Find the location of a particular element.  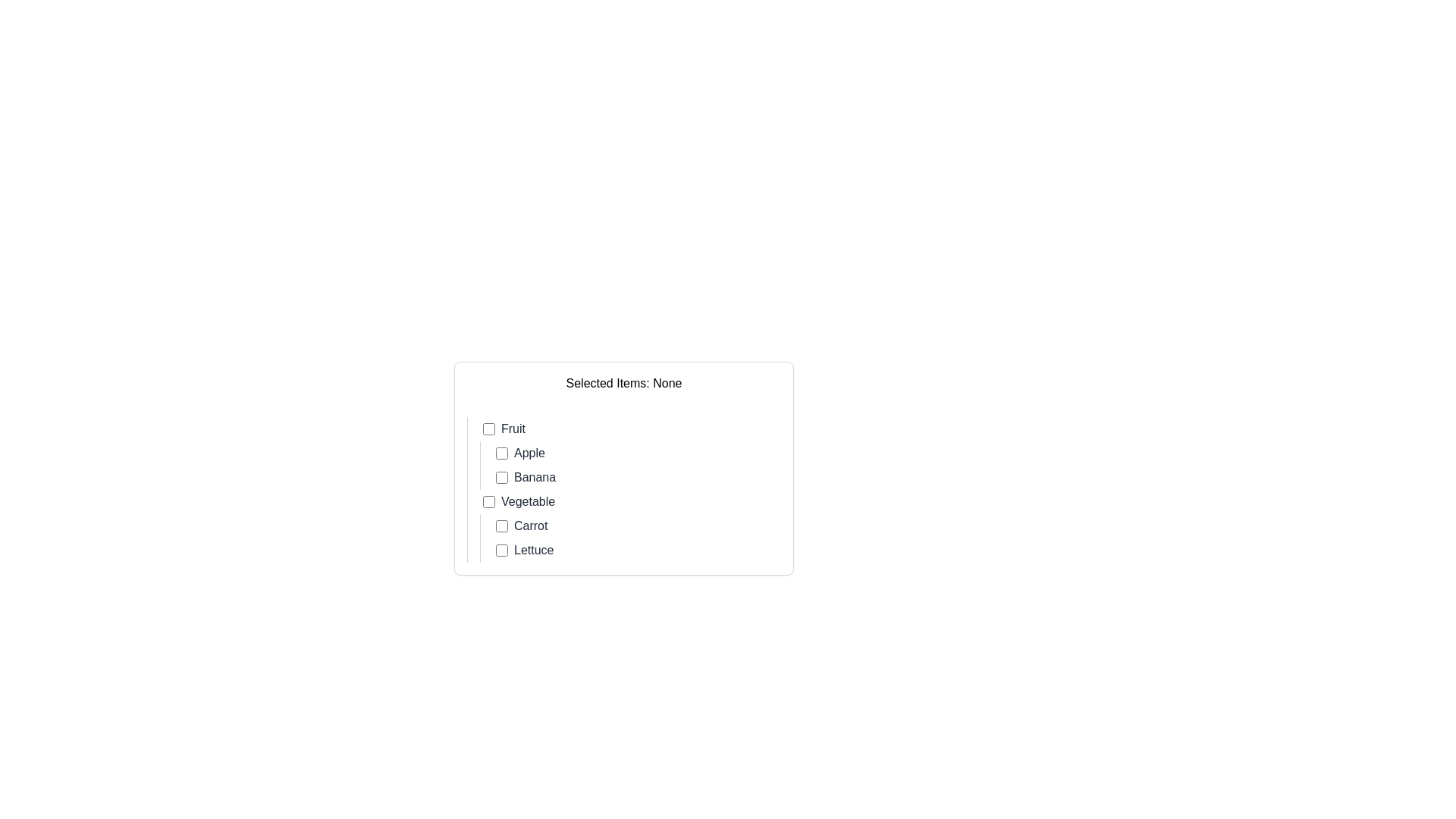

the checkbox is located at coordinates (488, 502).